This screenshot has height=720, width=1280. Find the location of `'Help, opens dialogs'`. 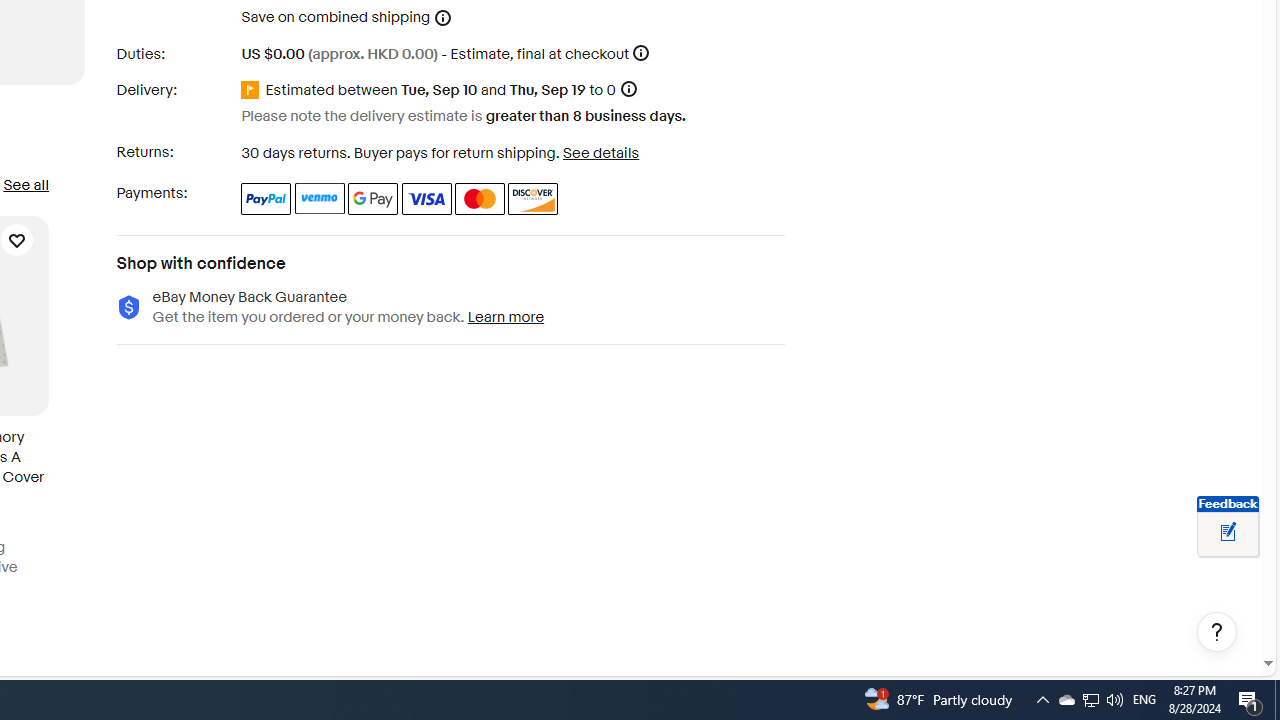

'Help, opens dialogs' is located at coordinates (1216, 632).